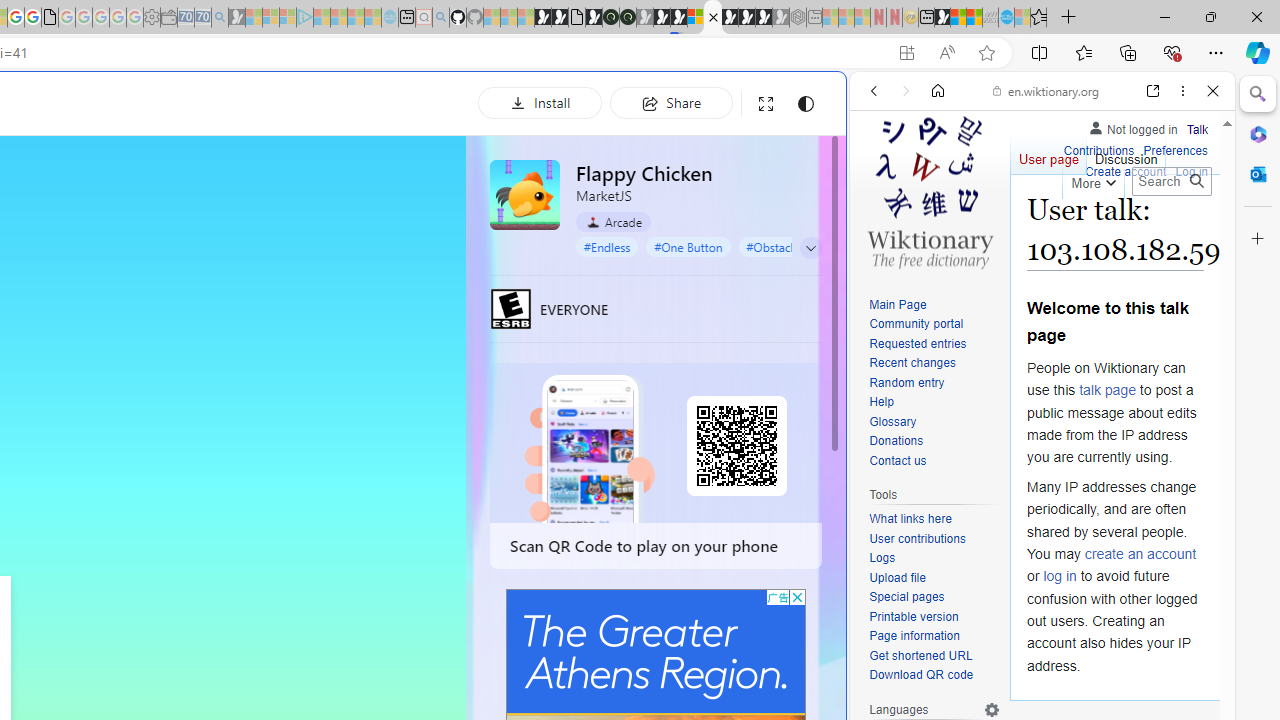  What do you see at coordinates (992, 708) in the screenshot?
I see `'Language settings'` at bounding box center [992, 708].